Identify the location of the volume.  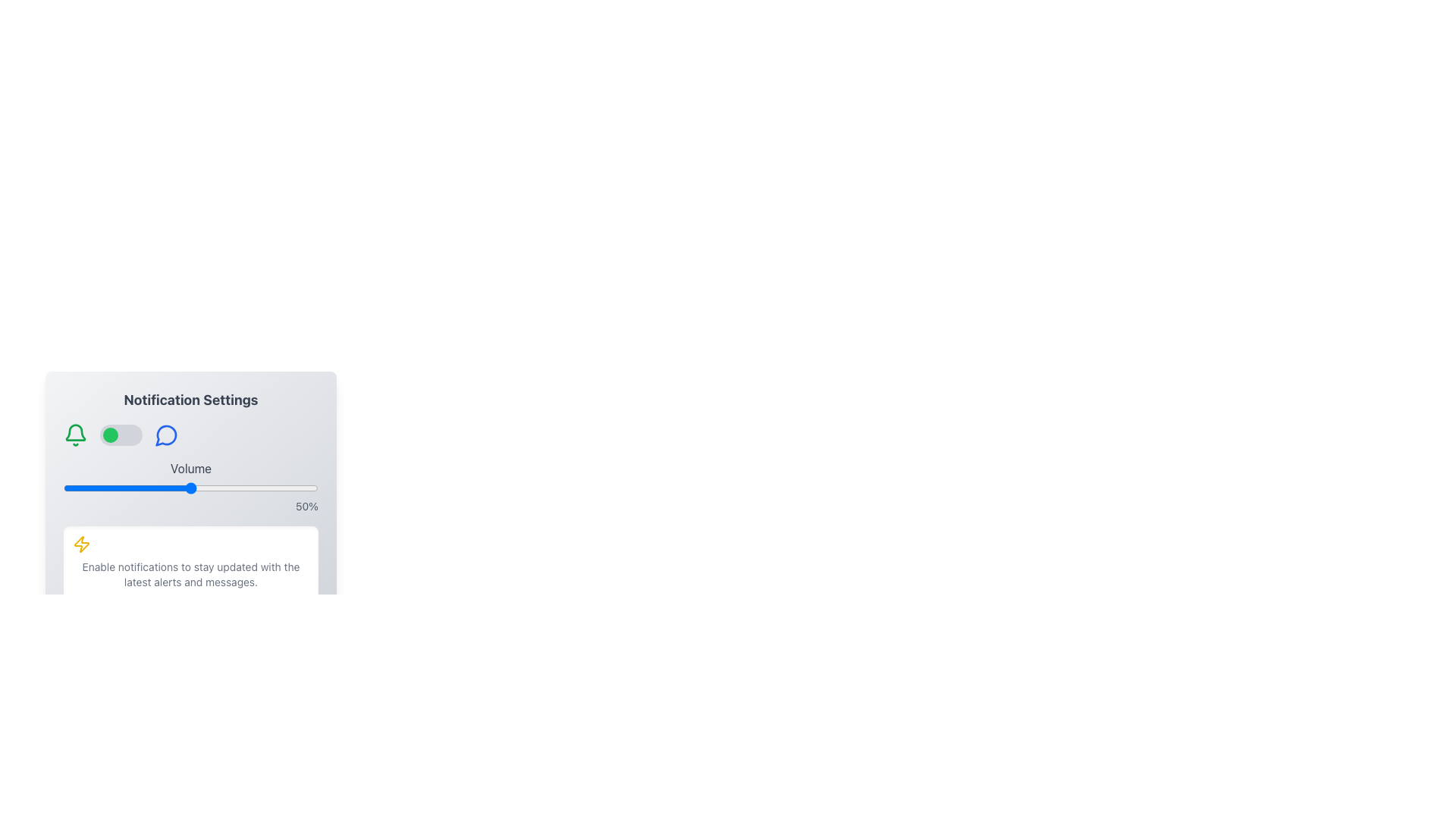
(165, 488).